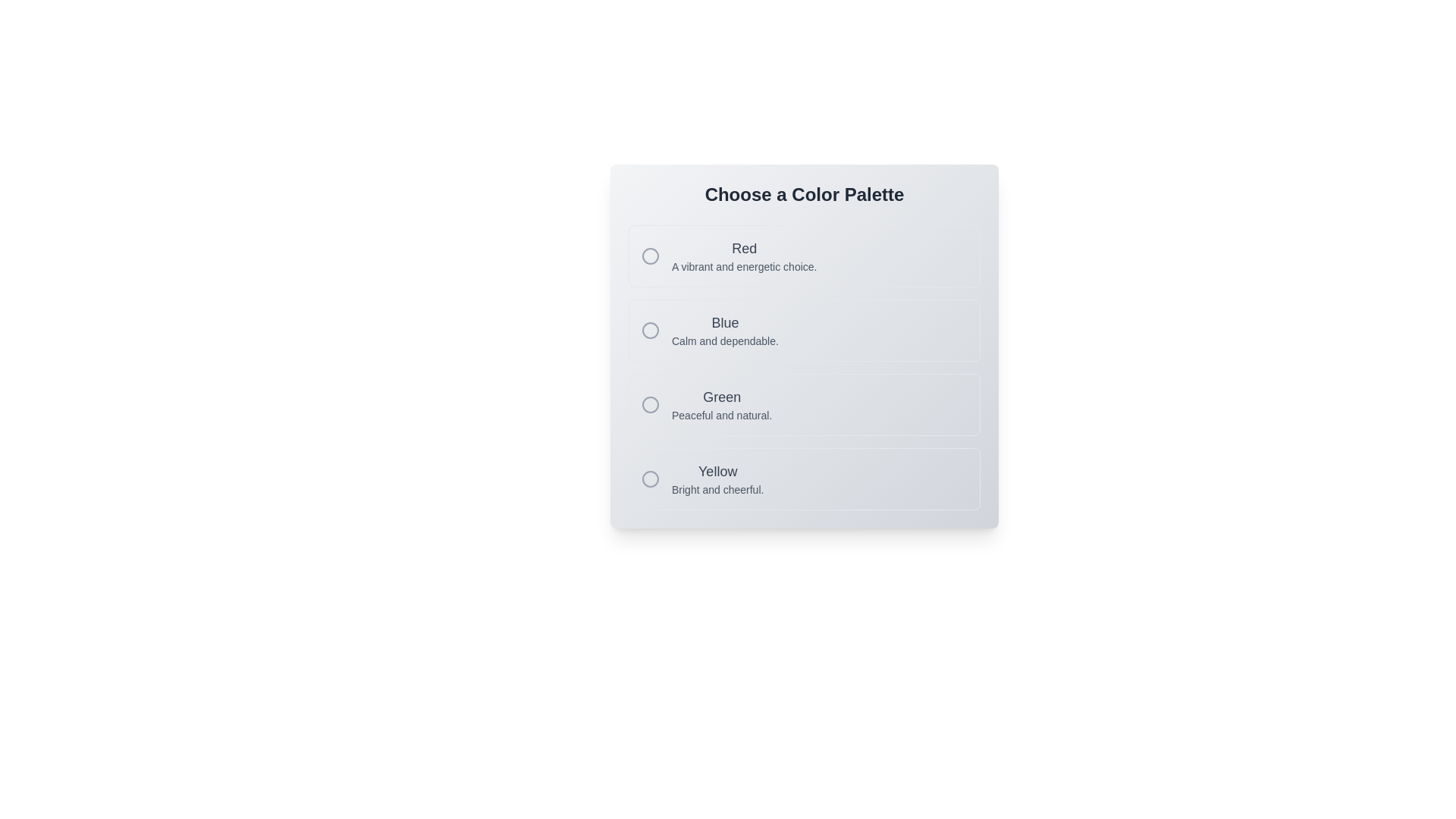 The width and height of the screenshot is (1456, 819). What do you see at coordinates (651, 403) in the screenshot?
I see `the circular gray radio button for the 'Green' option, which is positioned to the left of the label 'Green', 'Peaceful and natural.'` at bounding box center [651, 403].